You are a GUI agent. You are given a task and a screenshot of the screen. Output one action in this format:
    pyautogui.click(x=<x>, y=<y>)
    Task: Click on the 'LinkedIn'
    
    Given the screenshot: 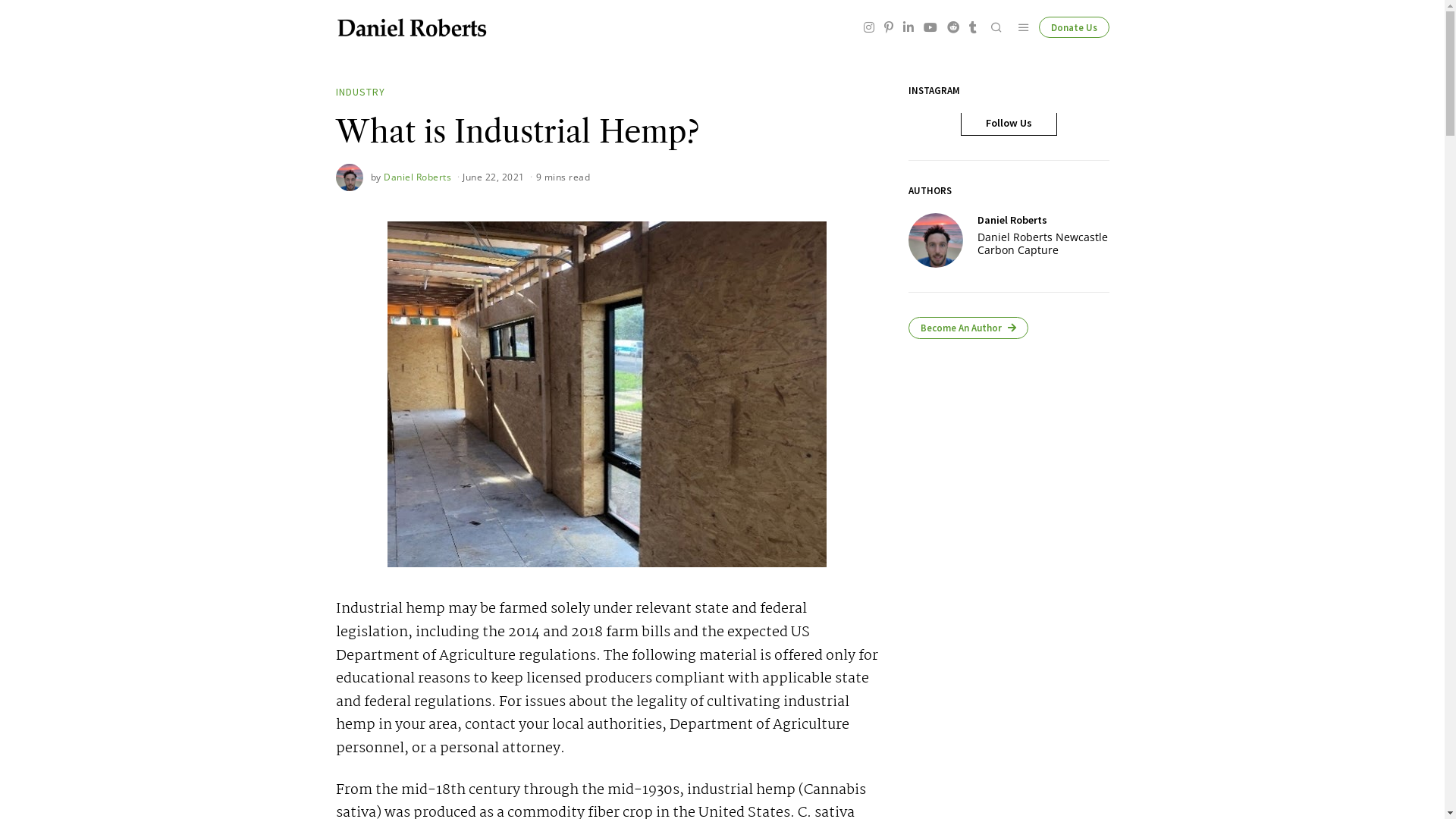 What is the action you would take?
    pyautogui.click(x=908, y=27)
    